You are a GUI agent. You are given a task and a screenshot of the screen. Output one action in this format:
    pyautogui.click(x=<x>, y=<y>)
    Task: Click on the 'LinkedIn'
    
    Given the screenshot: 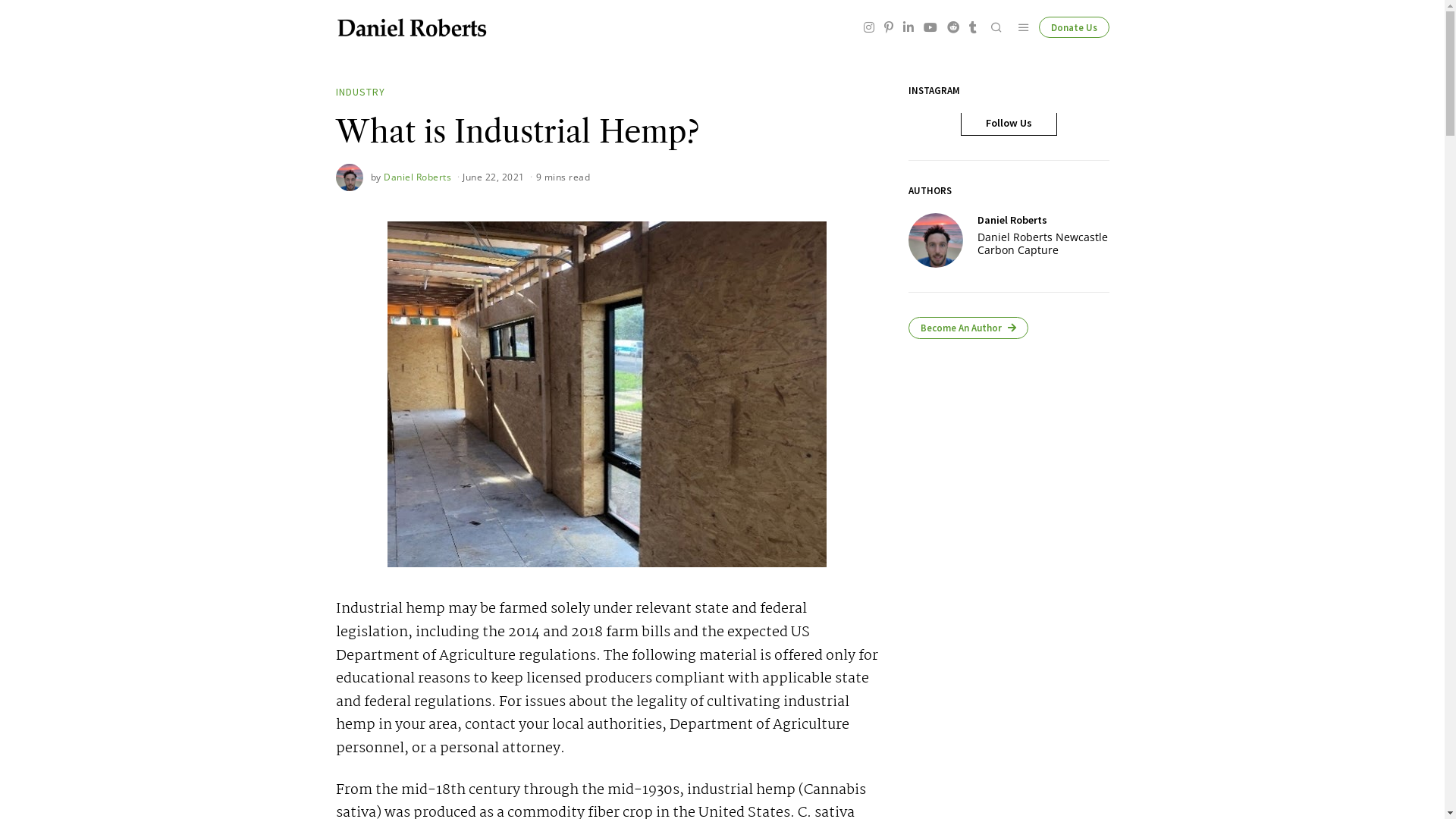 What is the action you would take?
    pyautogui.click(x=908, y=27)
    